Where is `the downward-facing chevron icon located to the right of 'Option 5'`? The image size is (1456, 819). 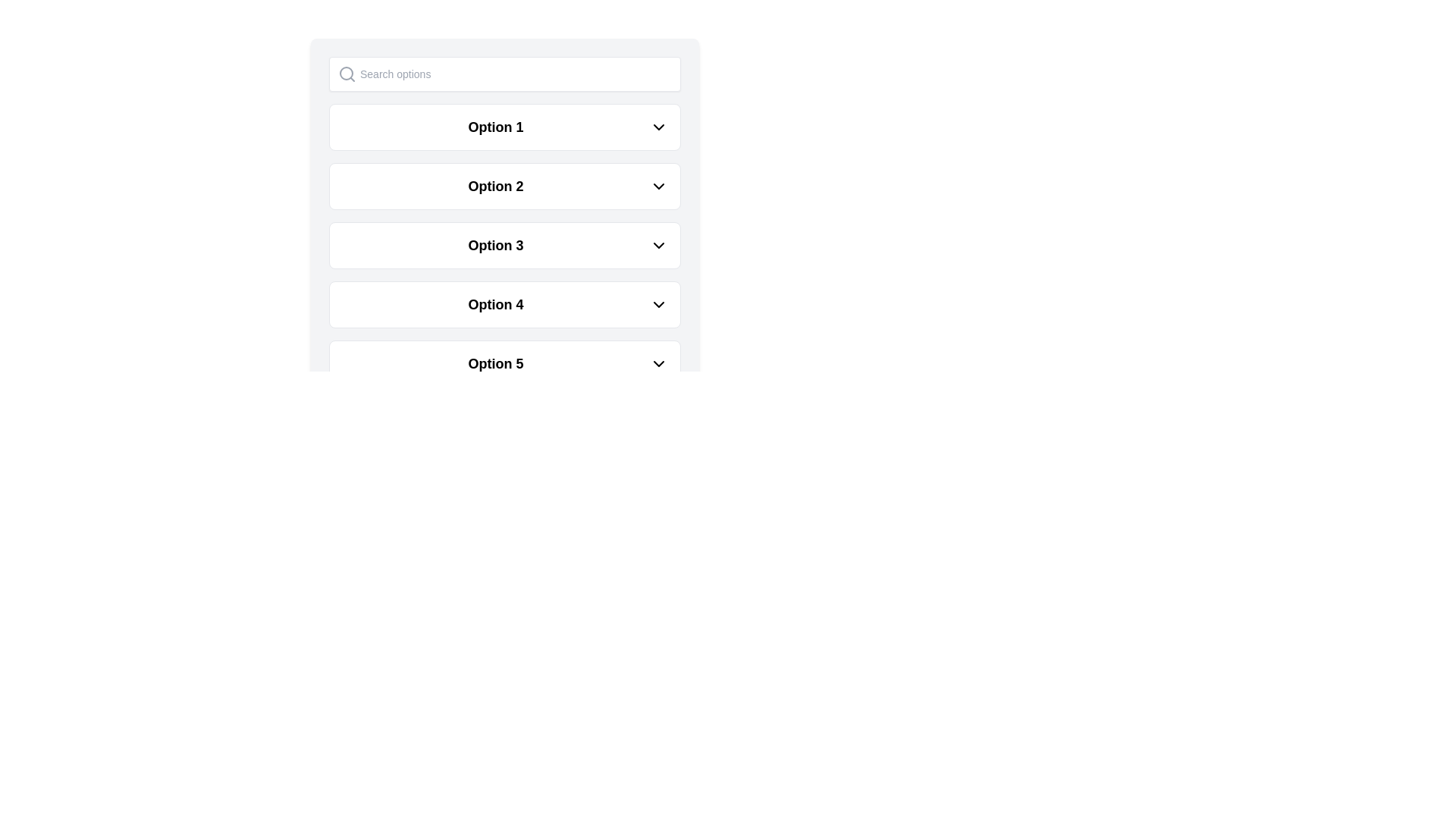 the downward-facing chevron icon located to the right of 'Option 5' is located at coordinates (658, 363).